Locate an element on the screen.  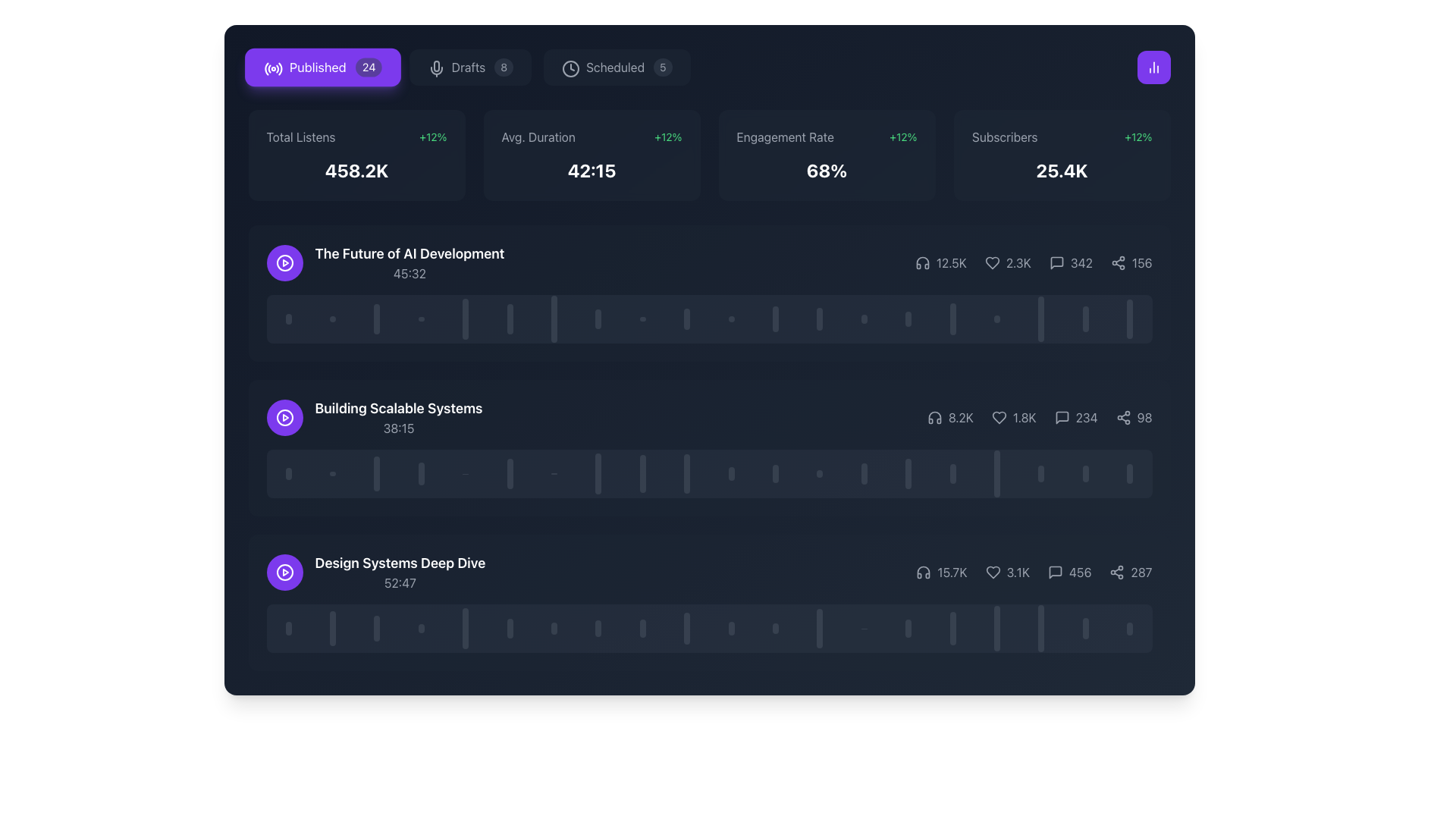
the static text representing the statistic for listens or engagements, located in the first row of the list structure, to the right of the headphone icon and to the left of other statistic icons is located at coordinates (950, 262).